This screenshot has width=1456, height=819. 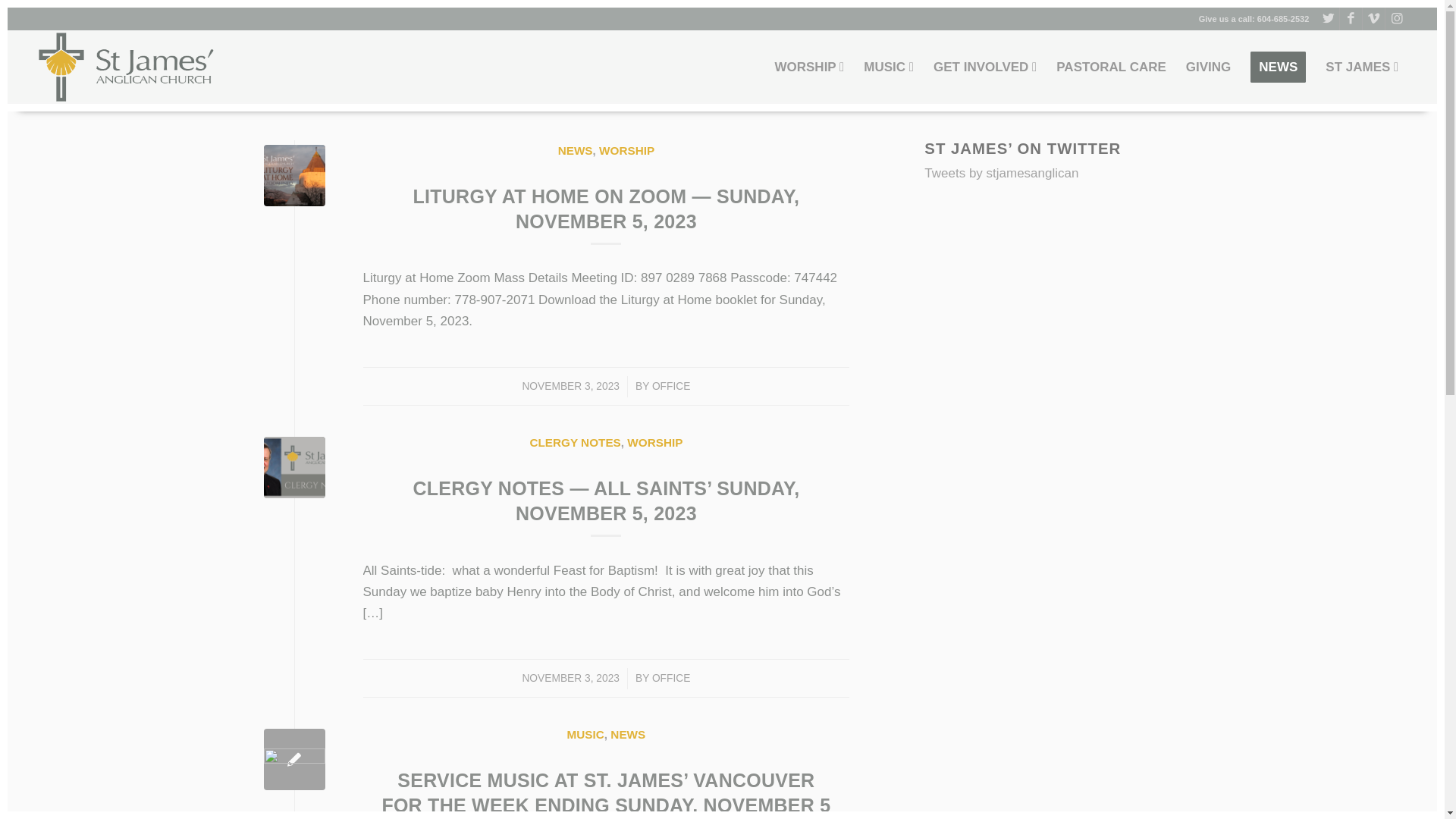 What do you see at coordinates (529, 442) in the screenshot?
I see `'CLERGY NOTES'` at bounding box center [529, 442].